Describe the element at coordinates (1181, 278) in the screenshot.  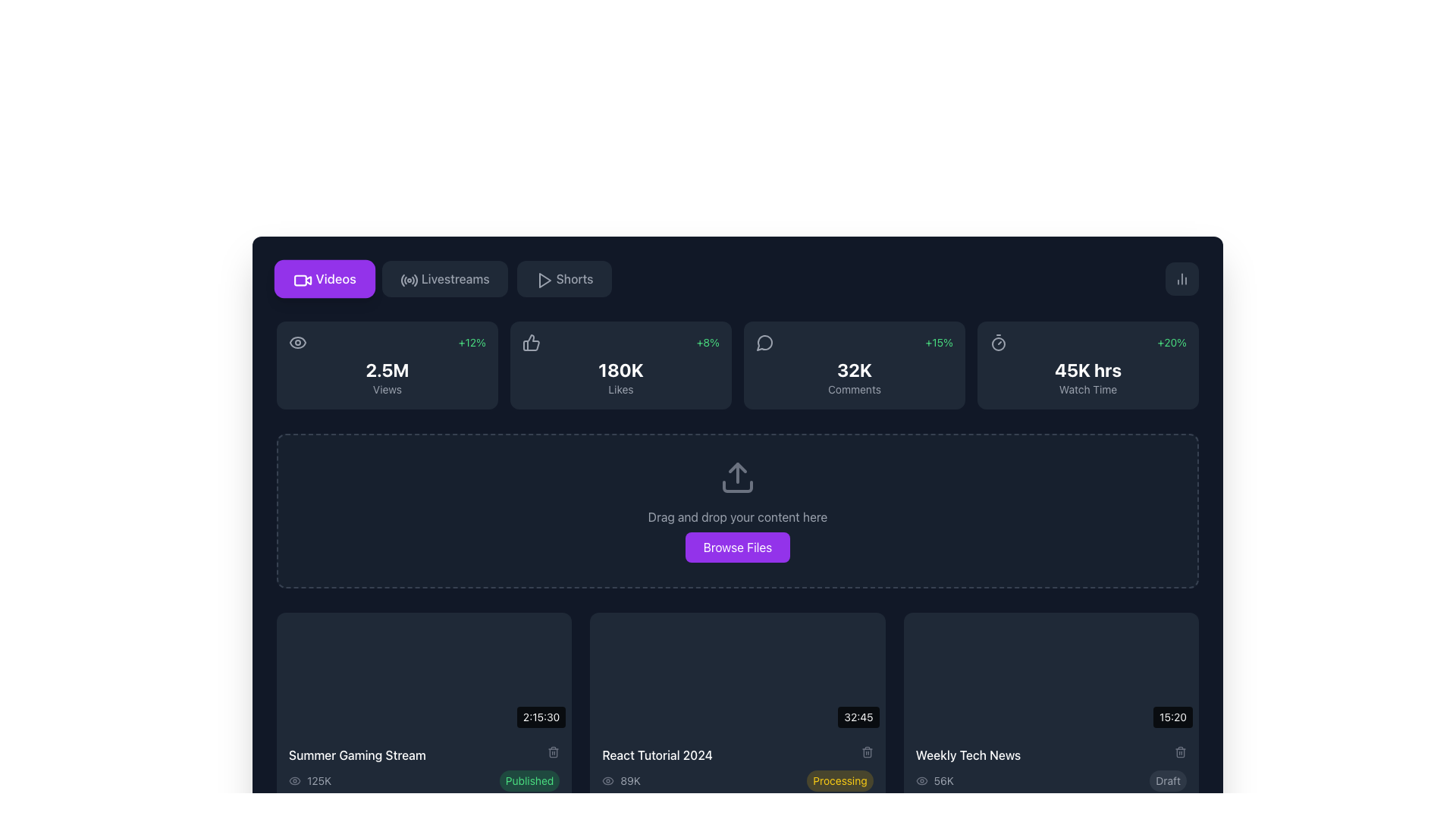
I see `the button with a bar chart icon located at the top-right corner of the section containing 'Videos', 'Livestreams', and 'Shorts' options` at that location.